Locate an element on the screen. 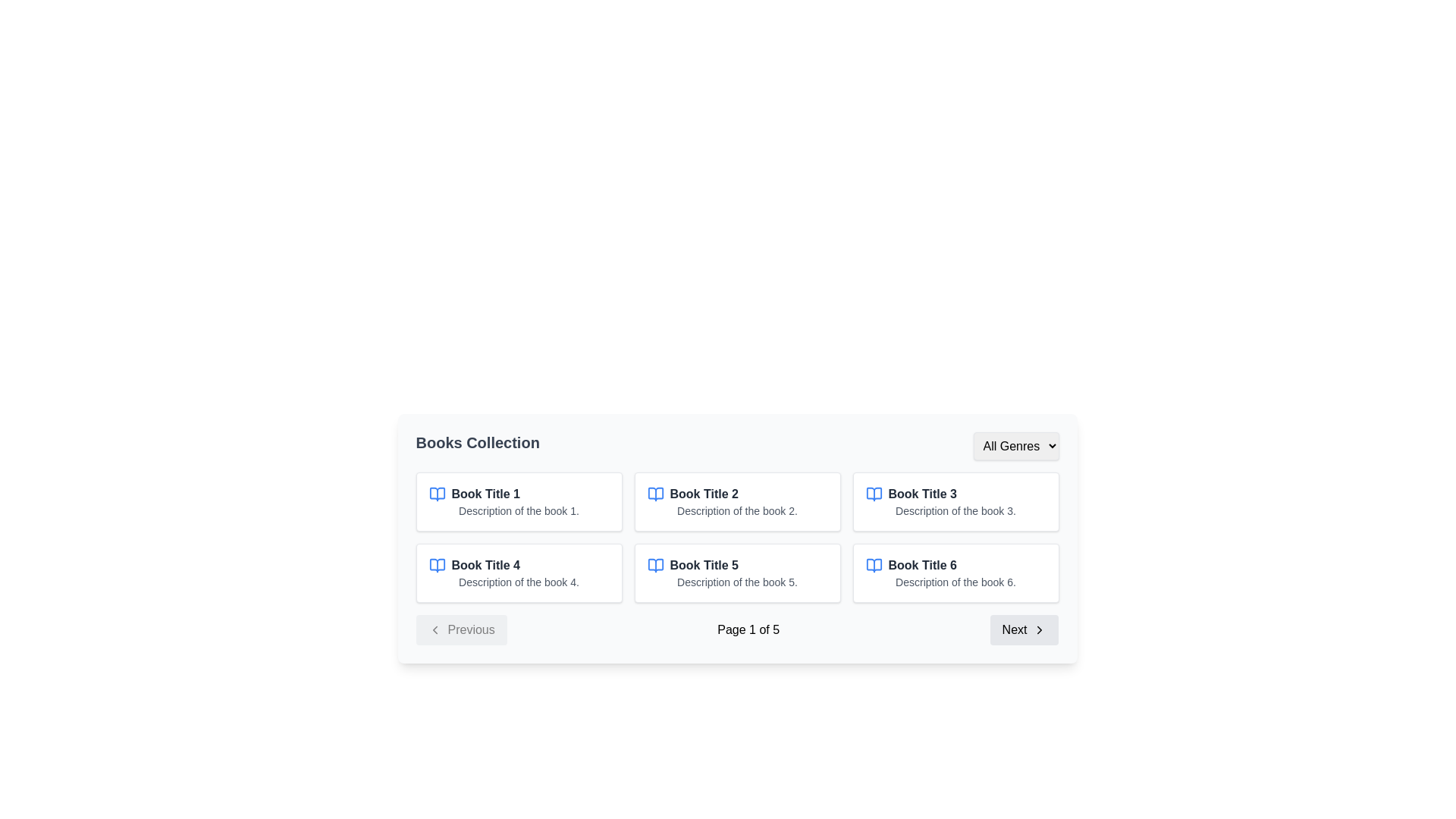  the left-facing chevron icon located within the 'Previous' button at the bottom of the 'Books Collection' interface is located at coordinates (434, 629).